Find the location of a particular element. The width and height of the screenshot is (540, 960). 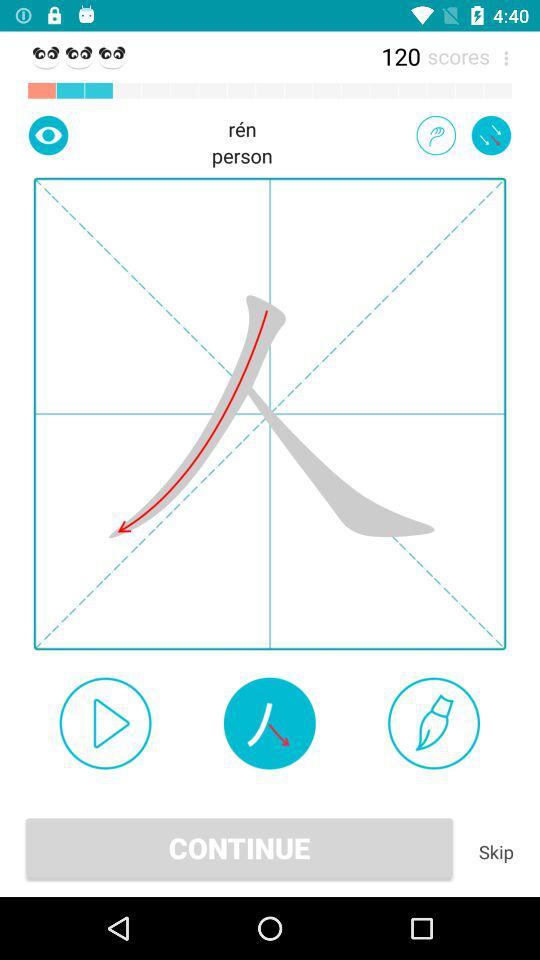

change input is located at coordinates (435, 134).